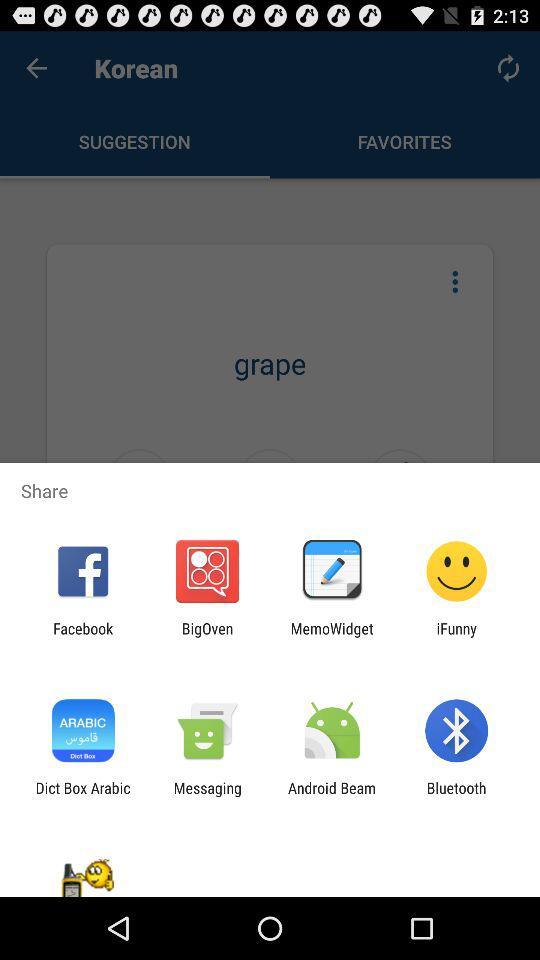  Describe the element at coordinates (206, 796) in the screenshot. I see `the messaging app` at that location.